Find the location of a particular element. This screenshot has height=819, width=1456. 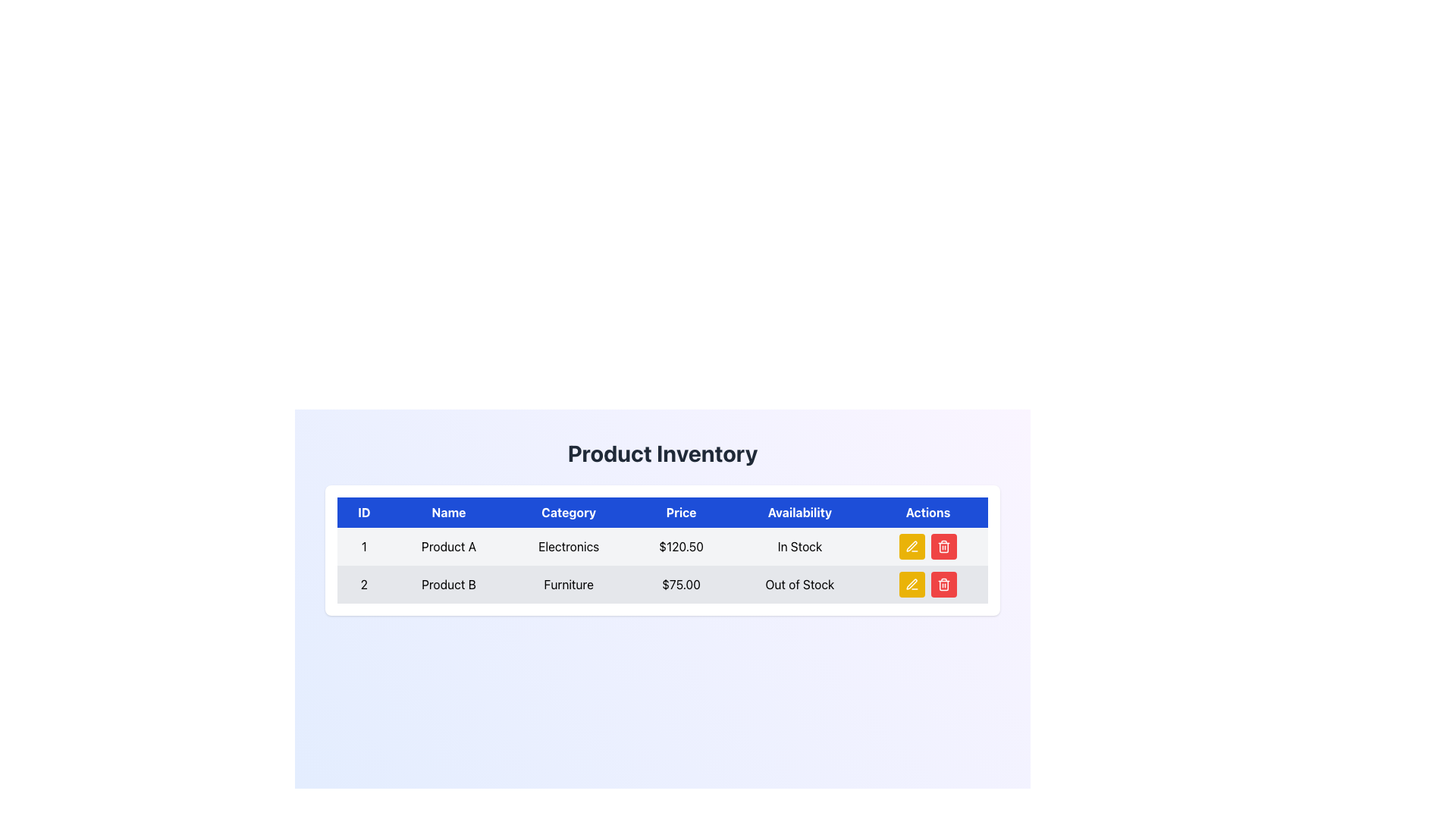

the Price cell in the first row of the data table, which contains the value $120.50 is located at coordinates (662, 547).